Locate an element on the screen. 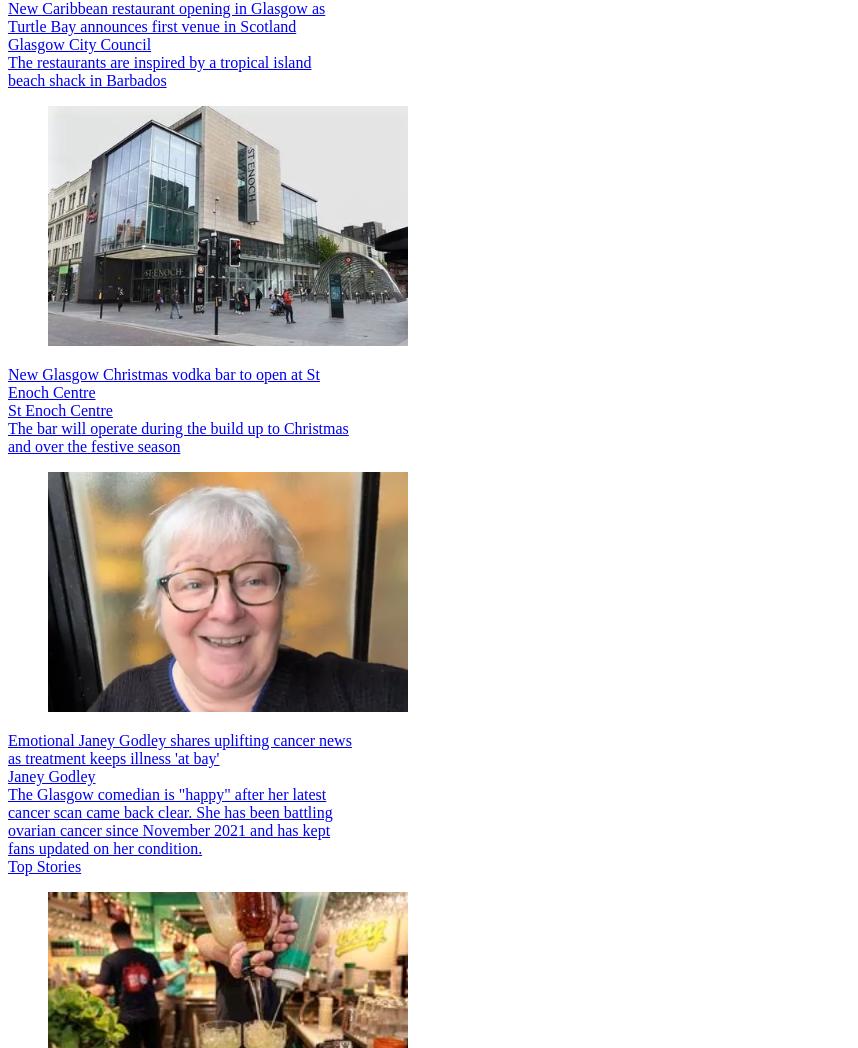  'Top Stories' is located at coordinates (43, 865).